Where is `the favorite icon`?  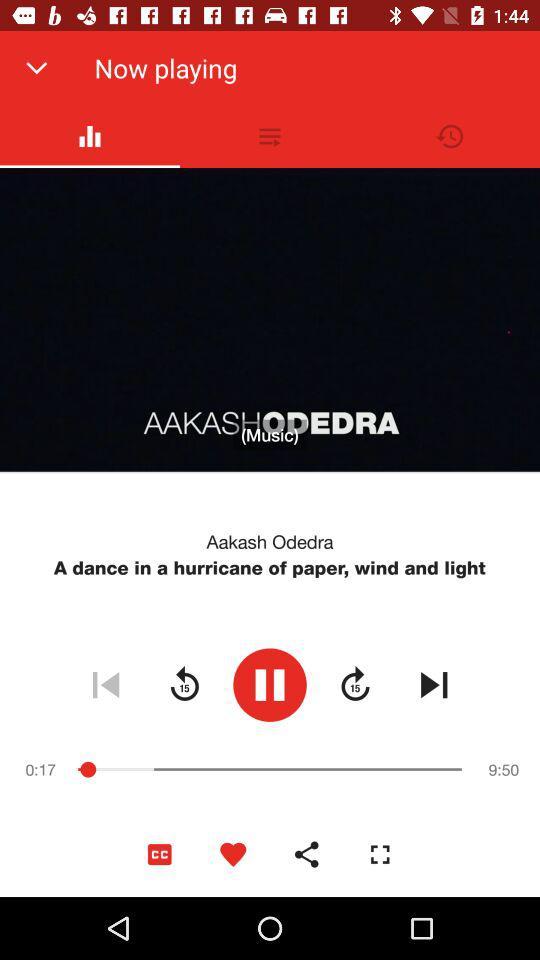 the favorite icon is located at coordinates (232, 853).